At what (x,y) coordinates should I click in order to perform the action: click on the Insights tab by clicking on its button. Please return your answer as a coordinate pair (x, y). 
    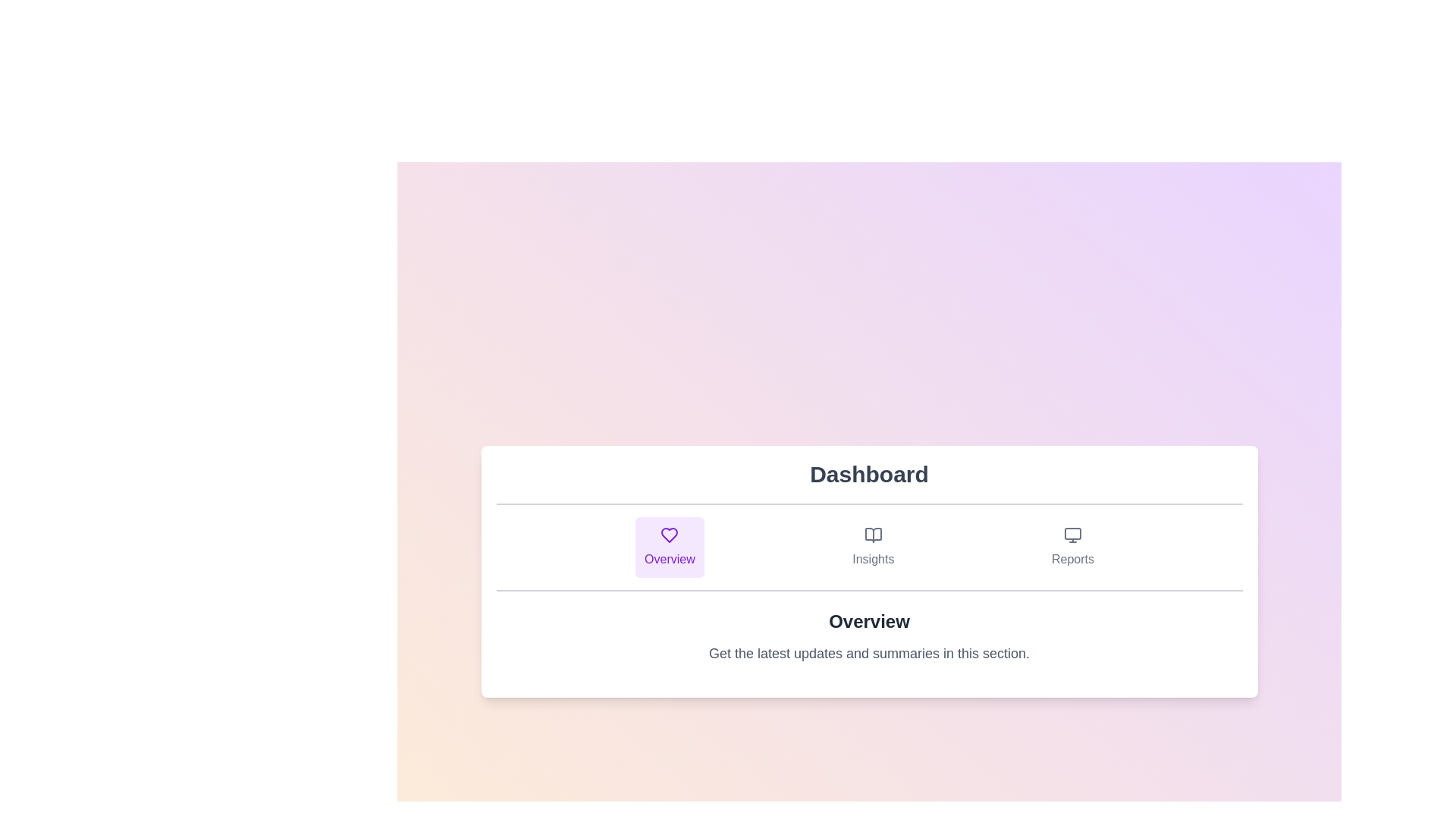
    Looking at the image, I should click on (873, 547).